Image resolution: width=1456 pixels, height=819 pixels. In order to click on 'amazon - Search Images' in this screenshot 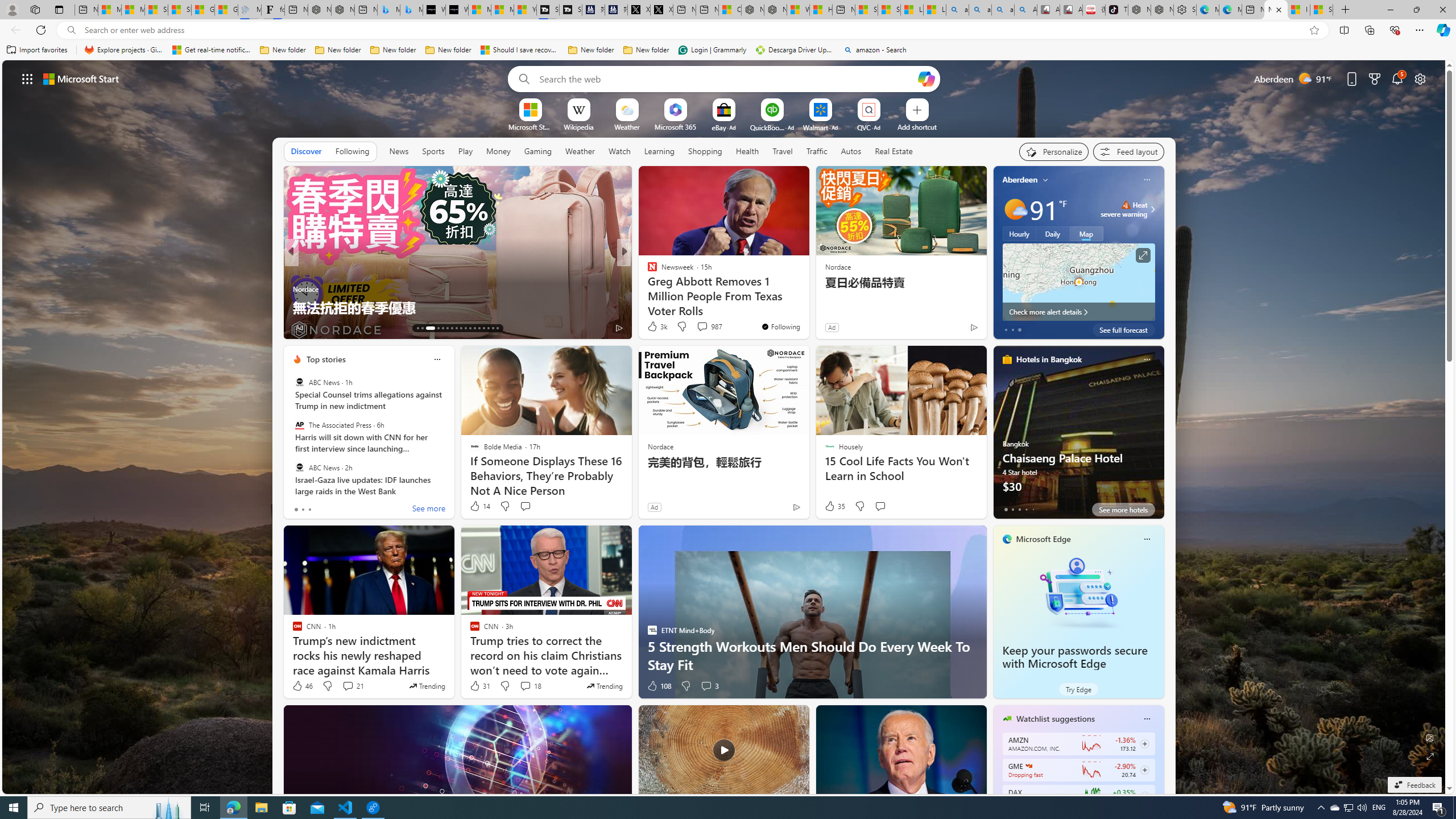, I will do `click(1002, 9)`.